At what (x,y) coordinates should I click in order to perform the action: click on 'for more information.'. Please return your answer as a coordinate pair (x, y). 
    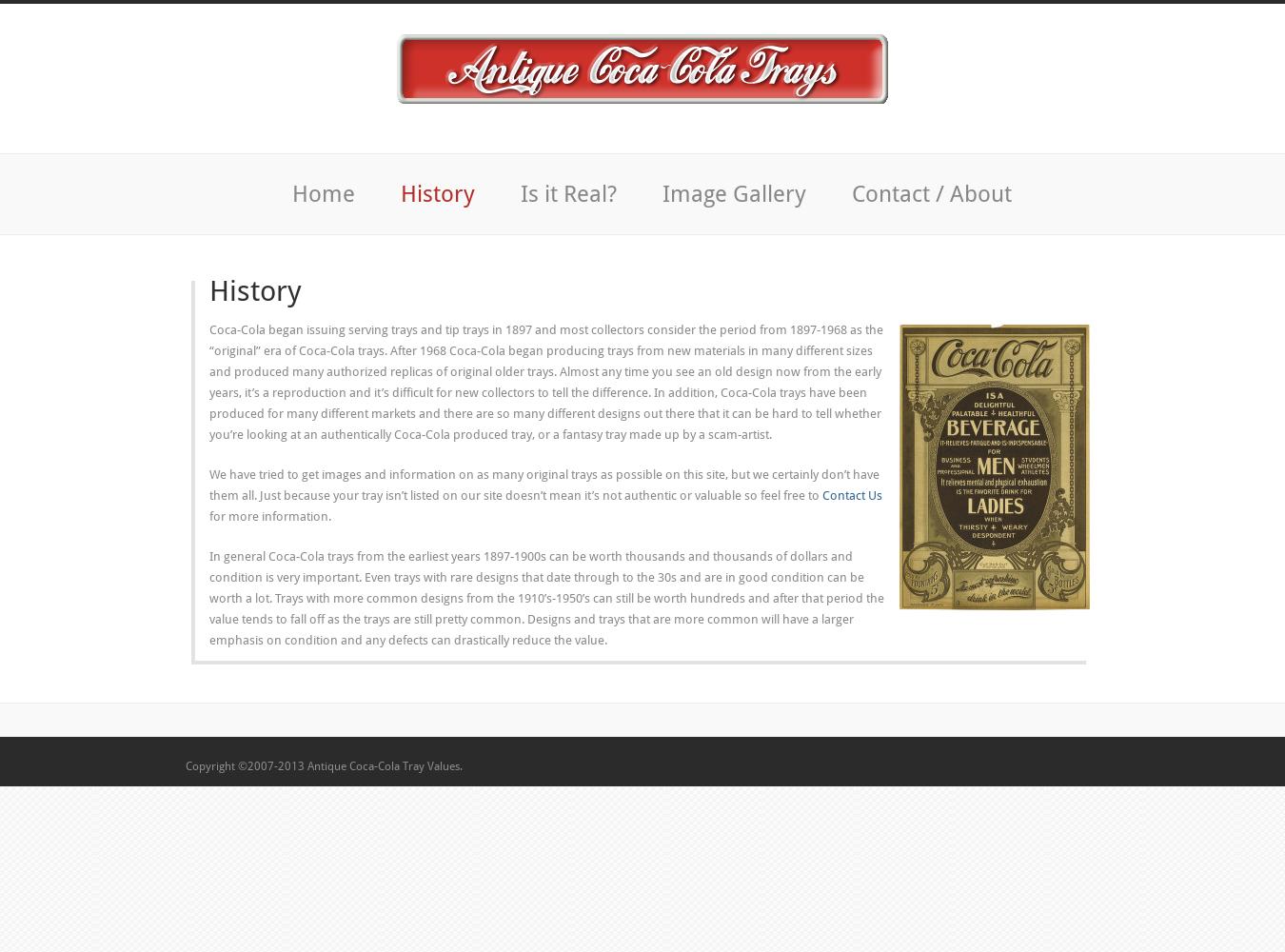
    Looking at the image, I should click on (269, 516).